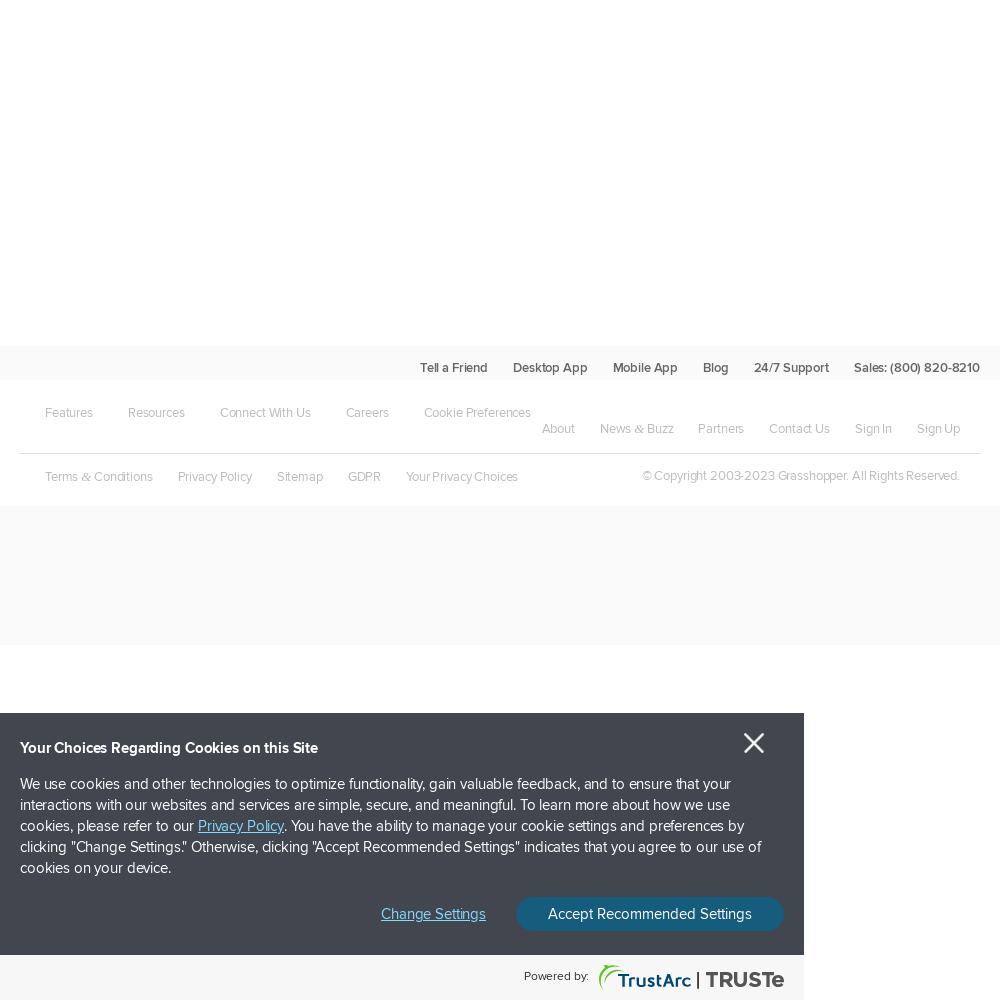 The width and height of the screenshot is (1000, 1000). Describe the element at coordinates (615, 429) in the screenshot. I see `'News'` at that location.